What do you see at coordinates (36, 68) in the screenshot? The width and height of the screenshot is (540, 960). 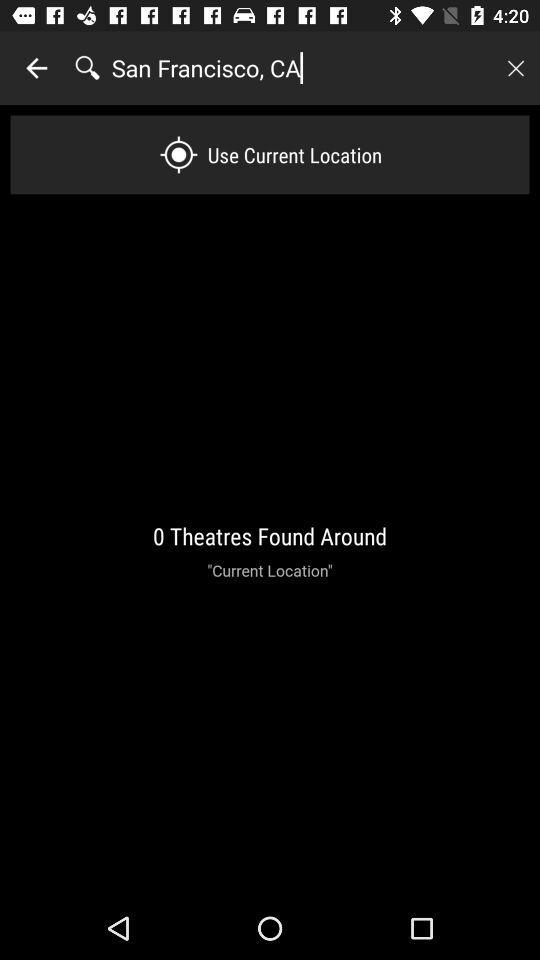 I see `the icon at the top left corner` at bounding box center [36, 68].